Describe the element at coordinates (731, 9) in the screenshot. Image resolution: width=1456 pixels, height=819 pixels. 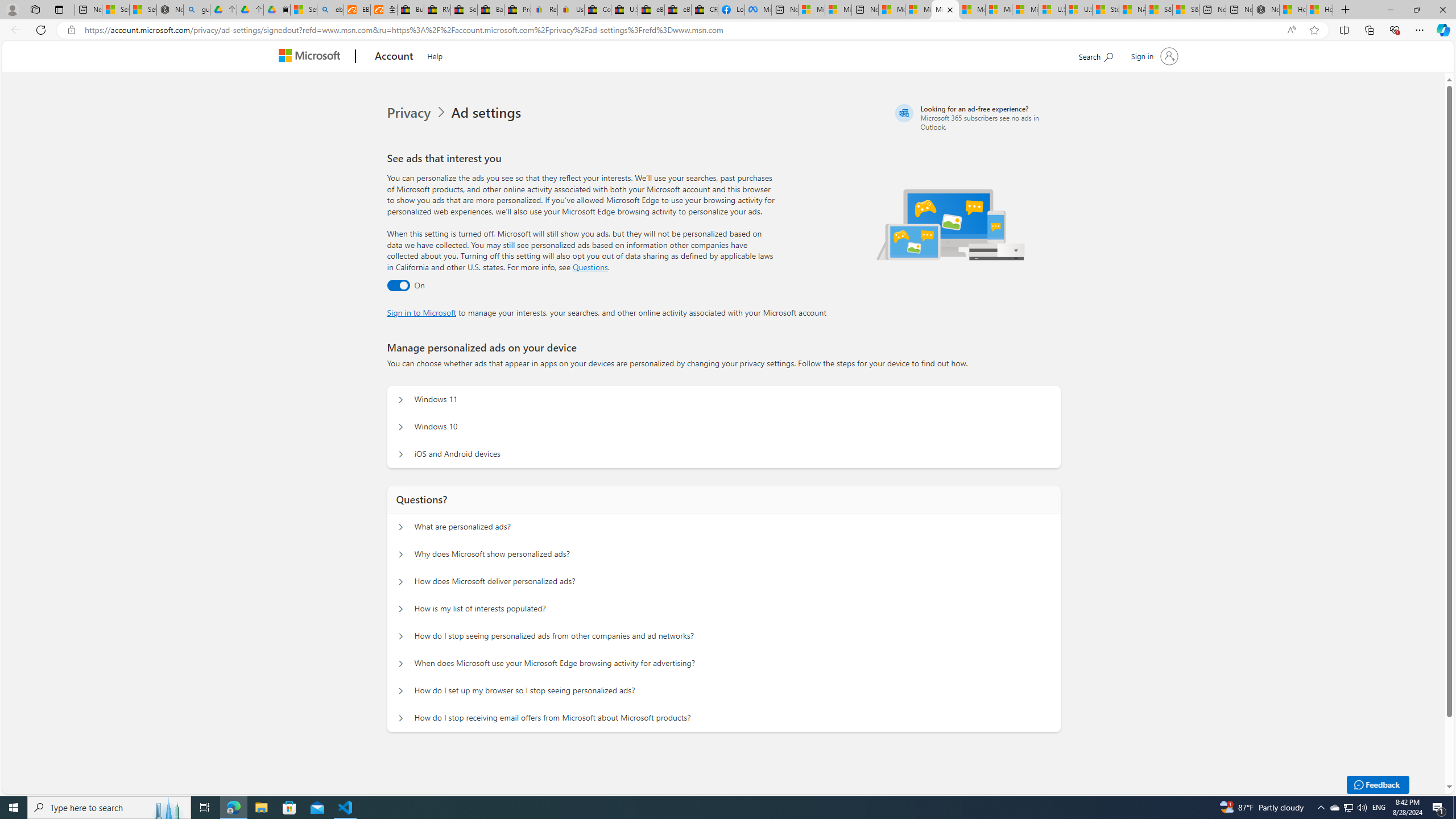
I see `'Log into Facebook'` at that location.